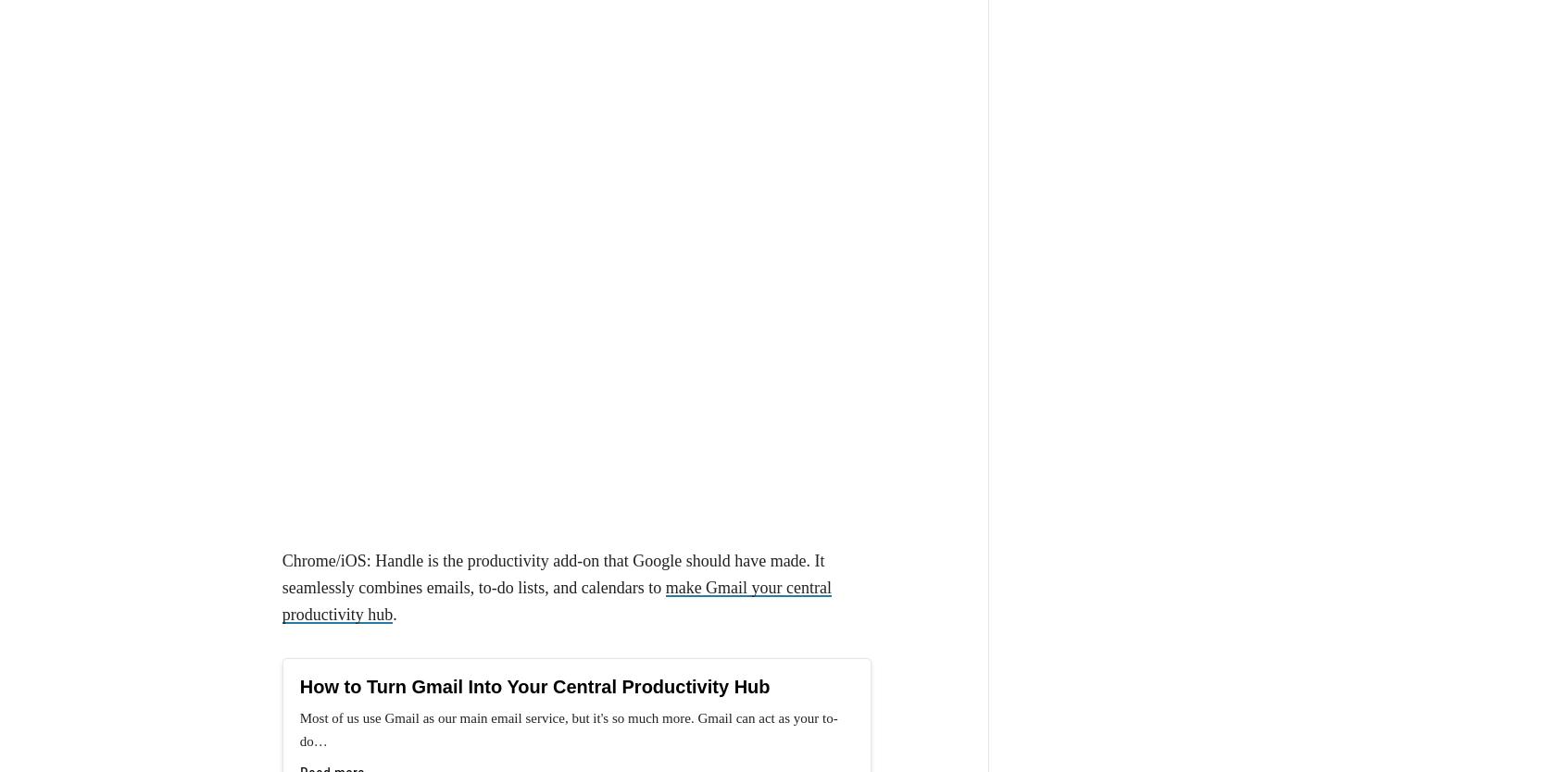 The height and width of the screenshot is (772, 1568). I want to click on 'Read more', so click(332, 429).